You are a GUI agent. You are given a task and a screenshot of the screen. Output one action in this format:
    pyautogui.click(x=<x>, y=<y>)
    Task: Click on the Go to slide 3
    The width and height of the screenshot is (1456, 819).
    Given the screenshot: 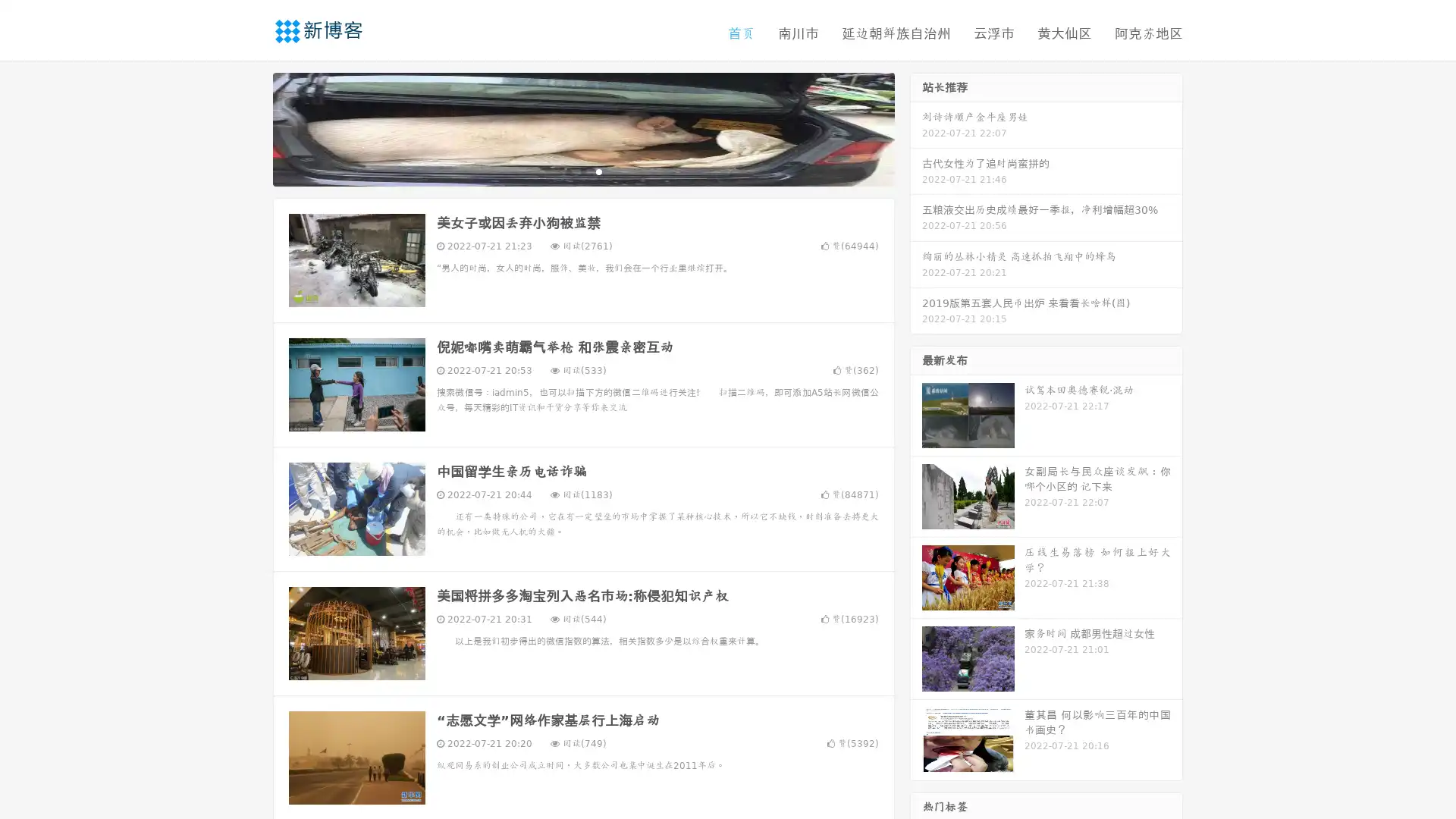 What is the action you would take?
    pyautogui.click(x=598, y=171)
    